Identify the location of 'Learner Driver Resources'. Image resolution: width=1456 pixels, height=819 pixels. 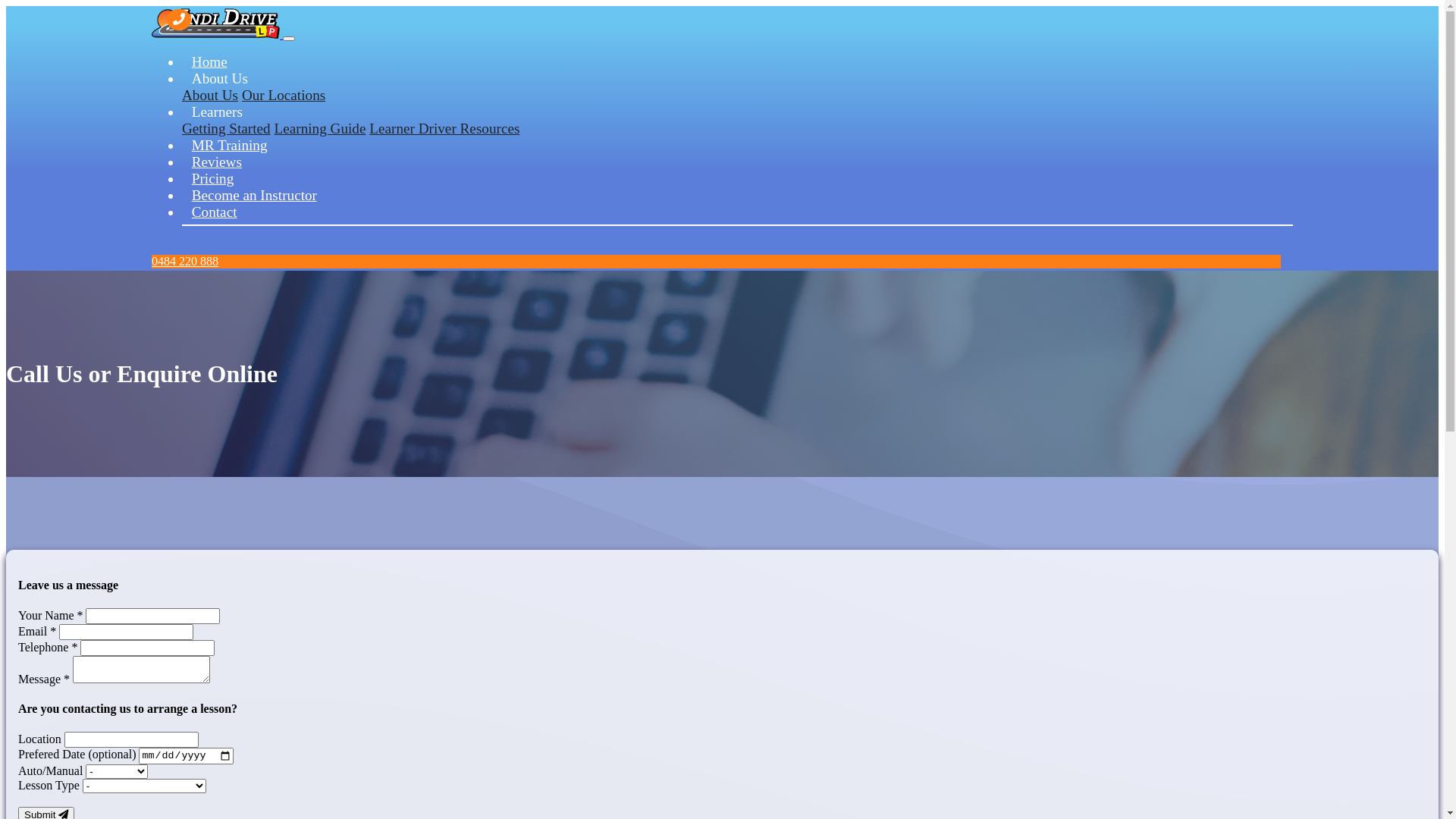
(369, 127).